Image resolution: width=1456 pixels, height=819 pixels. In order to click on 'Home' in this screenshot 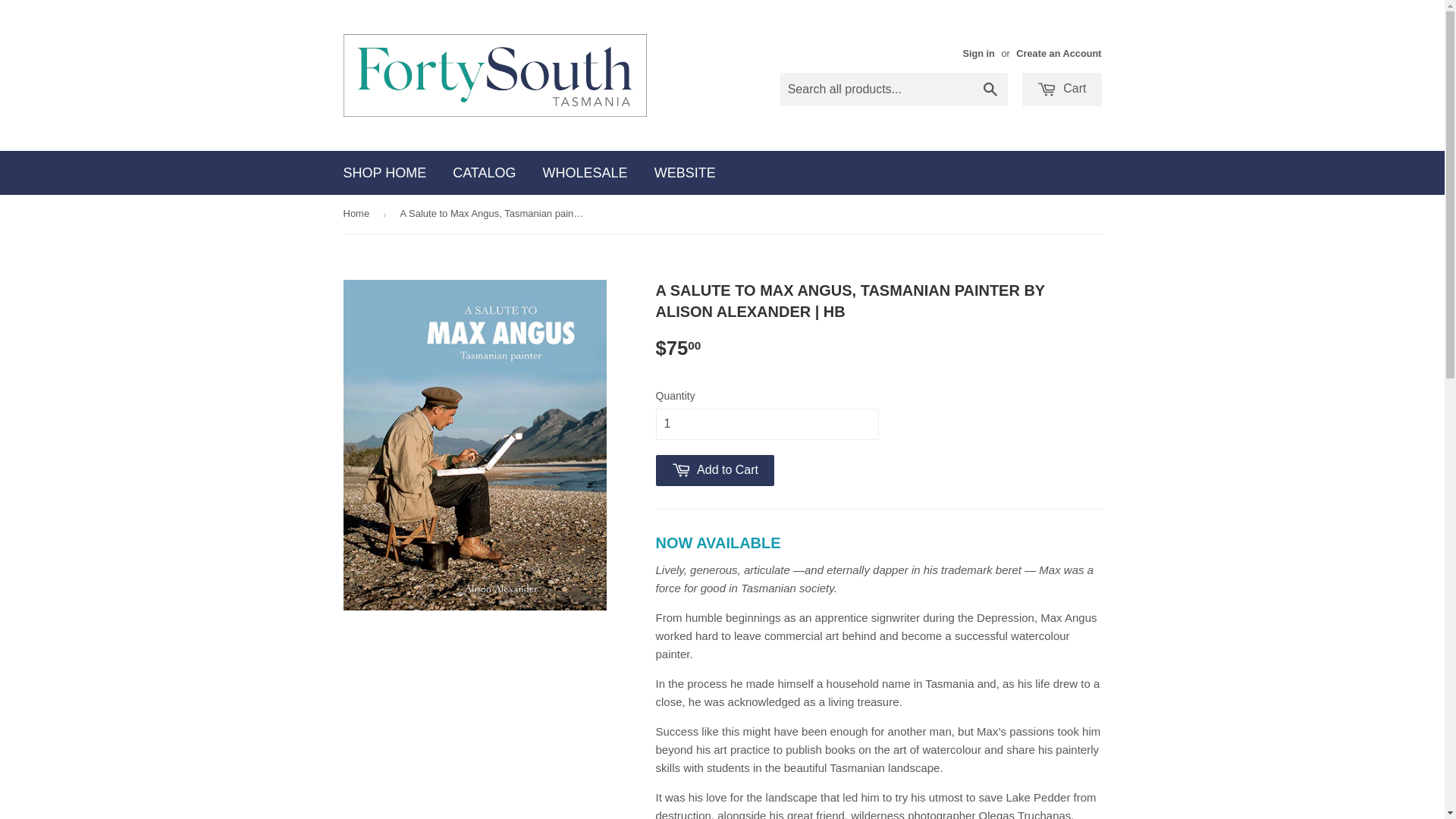, I will do `click(358, 214)`.